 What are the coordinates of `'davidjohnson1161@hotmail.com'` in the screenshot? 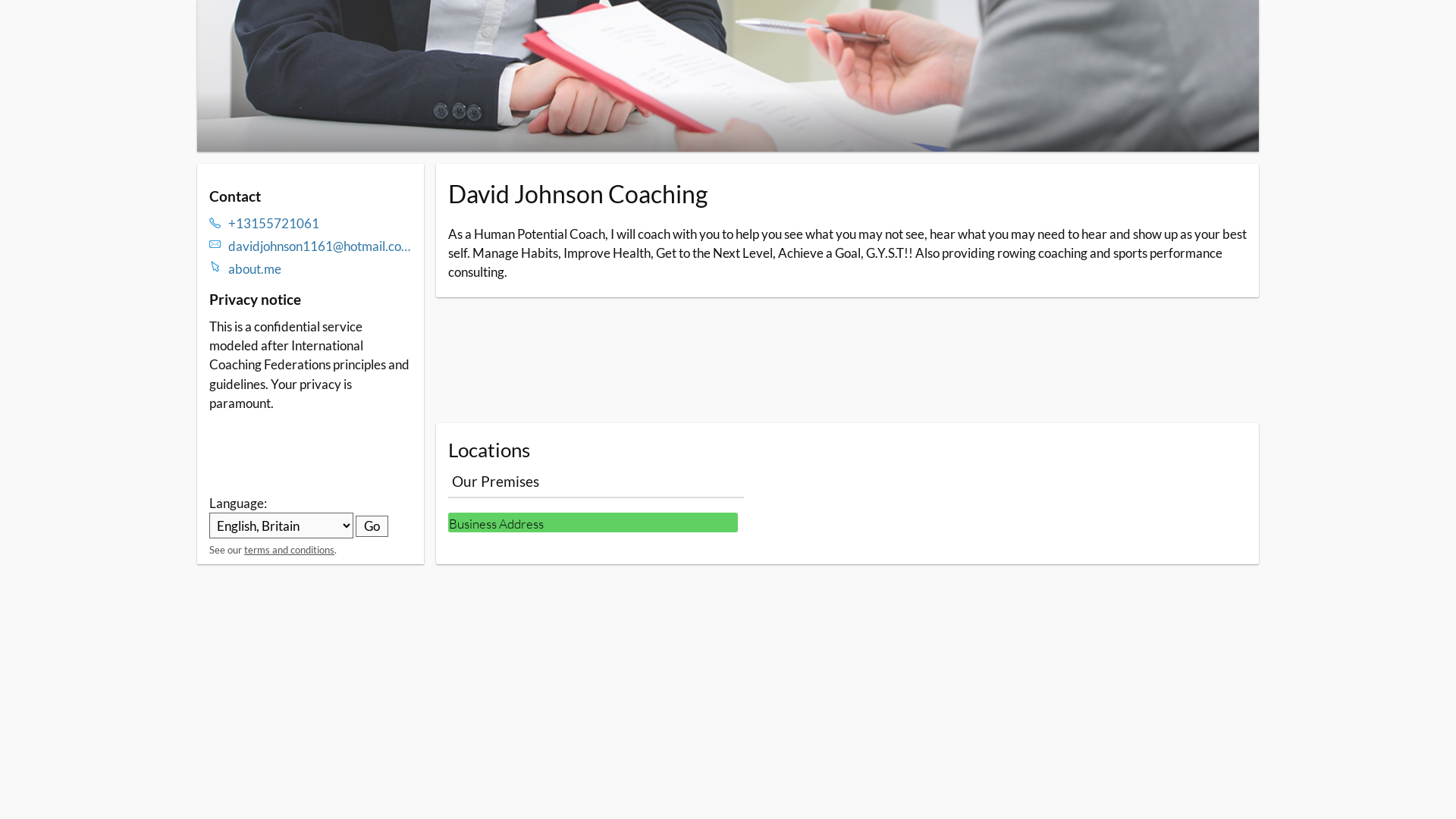 It's located at (319, 245).